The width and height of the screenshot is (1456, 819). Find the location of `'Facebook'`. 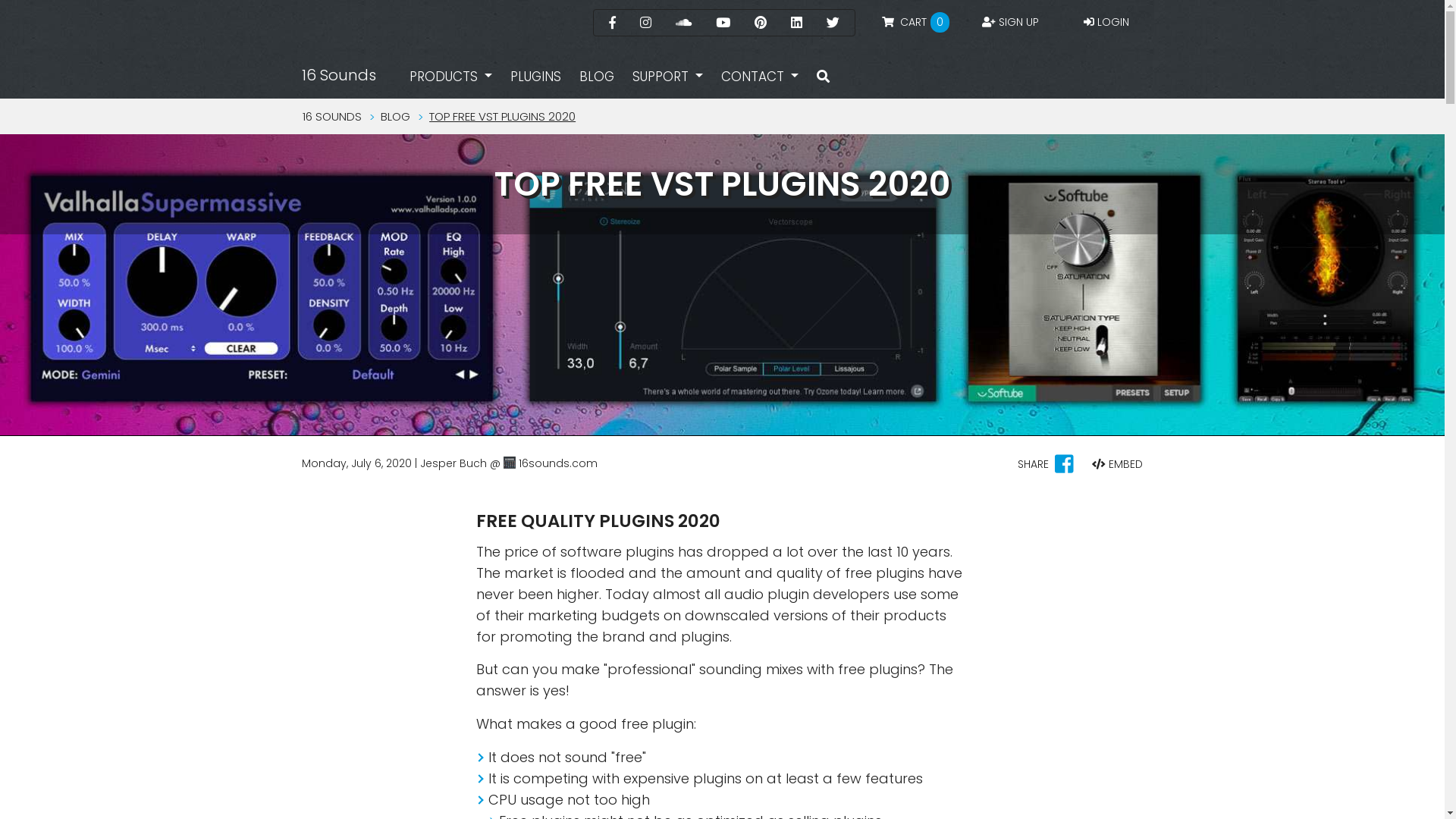

'Facebook' is located at coordinates (611, 23).